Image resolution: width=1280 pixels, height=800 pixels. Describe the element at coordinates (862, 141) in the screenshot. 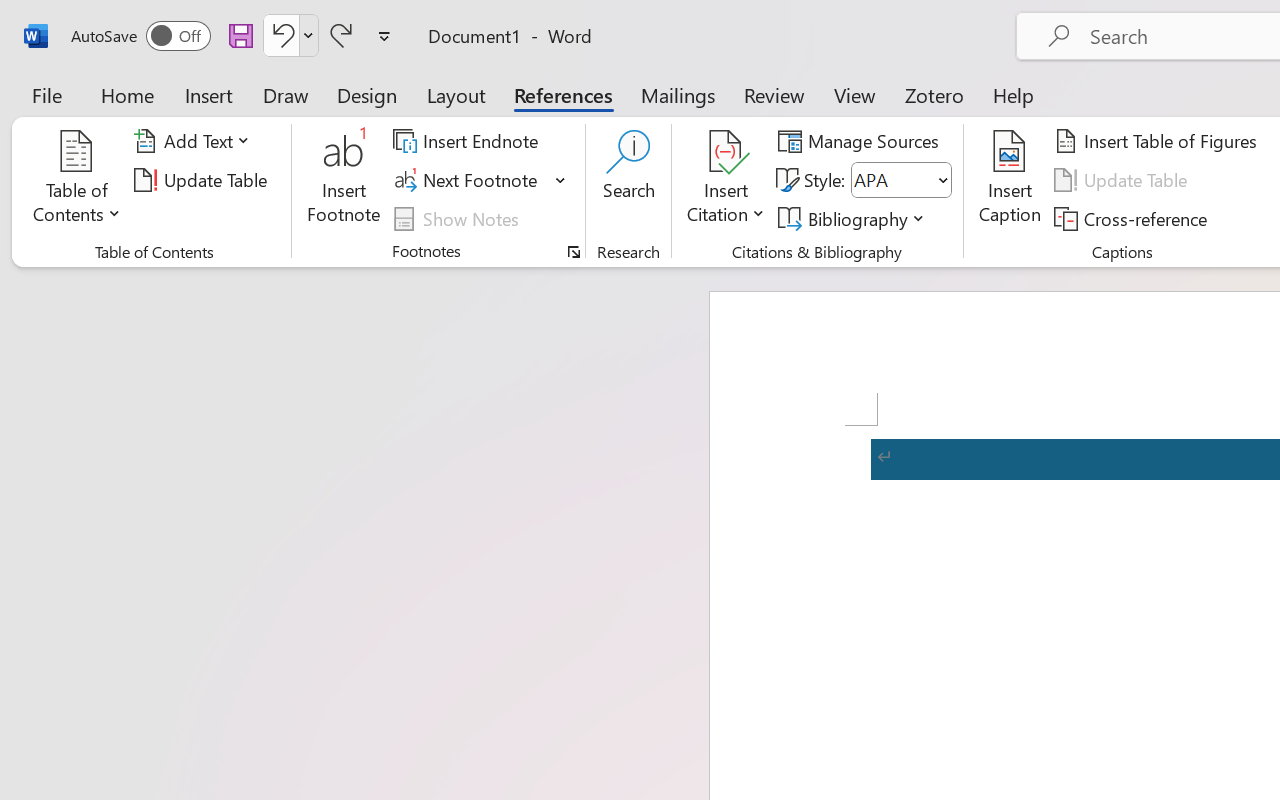

I see `'Manage Sources...'` at that location.